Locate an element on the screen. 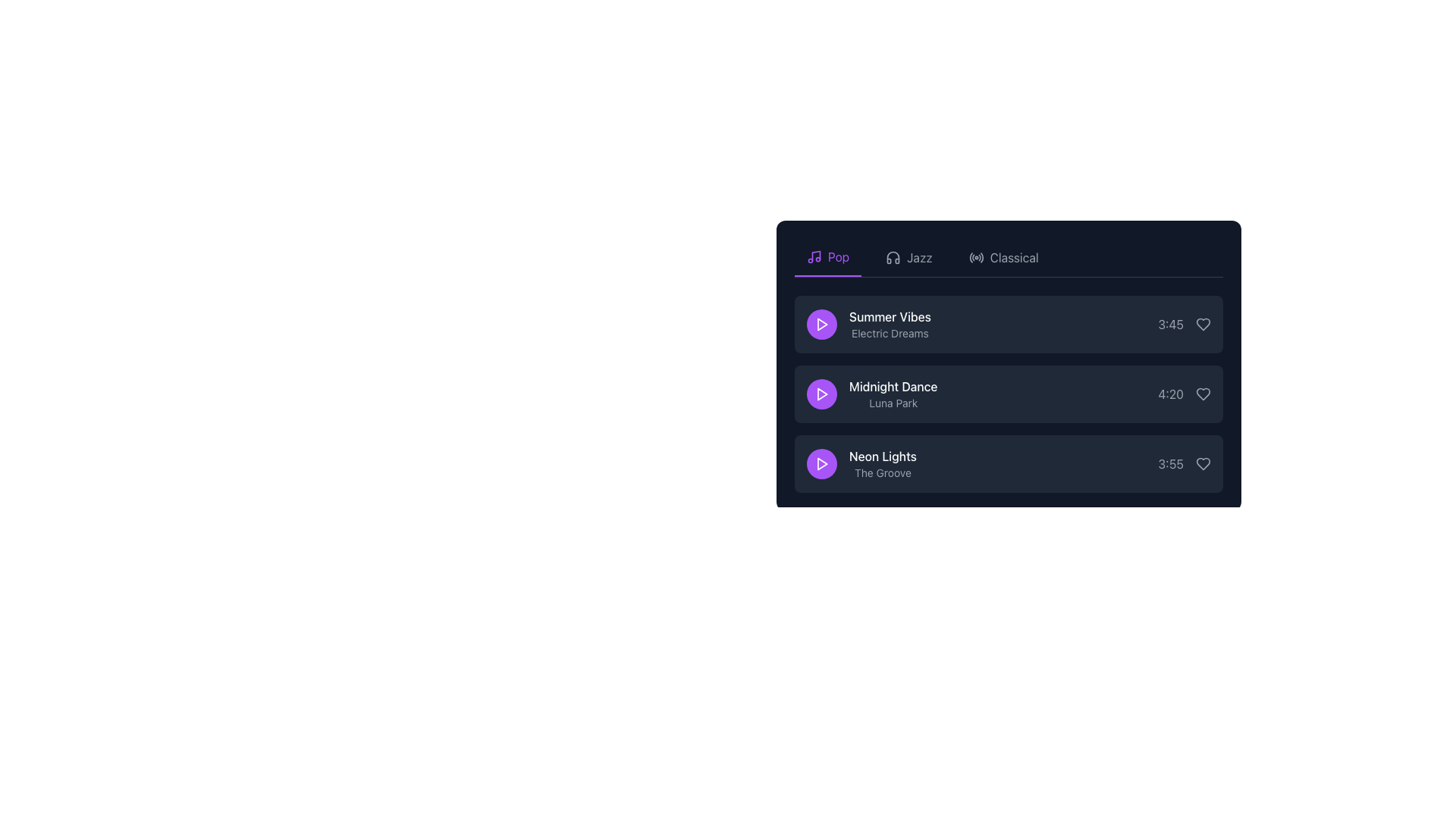  the navigation button or tab labeled 'Jazz' located in the middle of the horizontal navigation bar is located at coordinates (908, 256).